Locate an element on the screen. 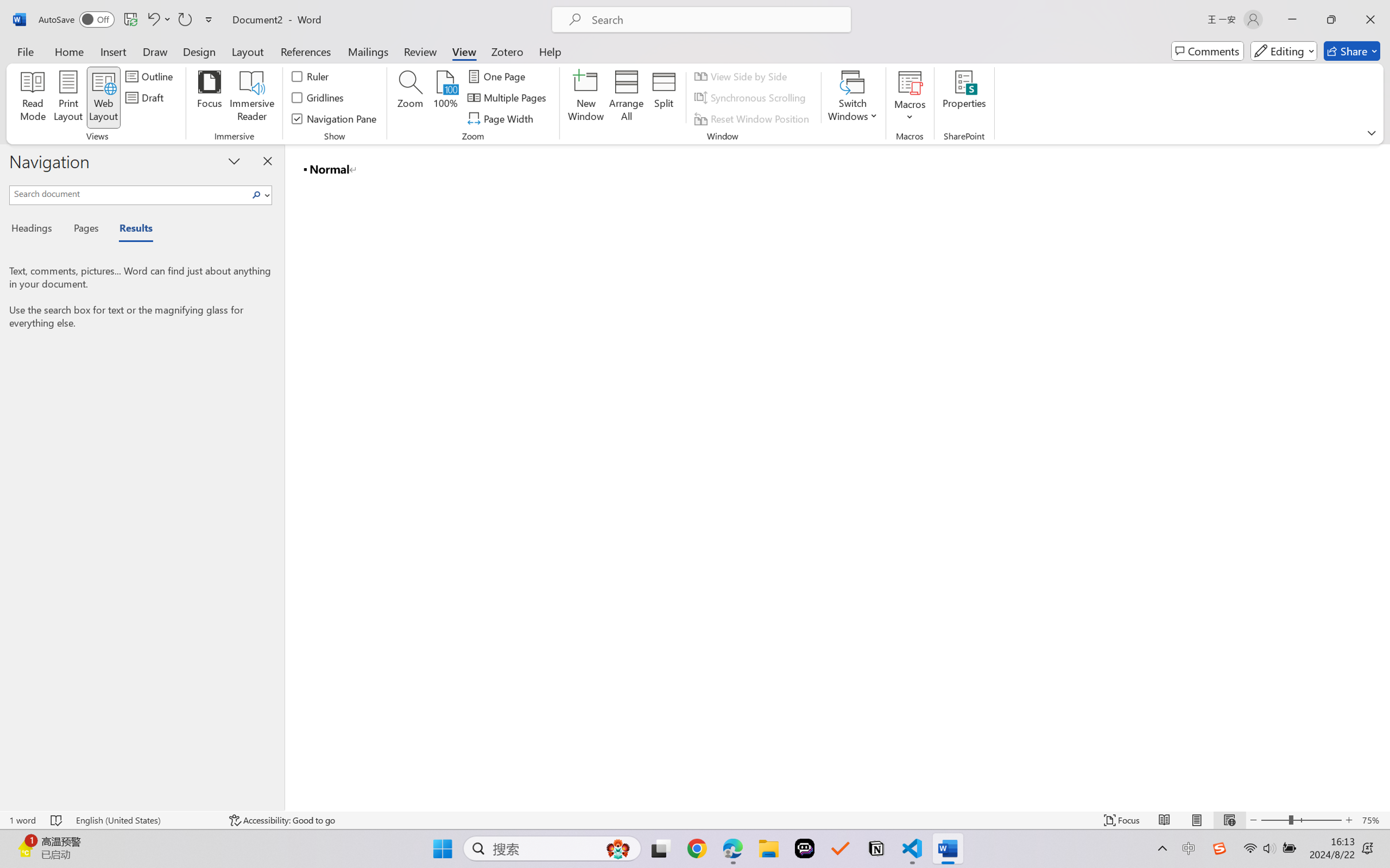 This screenshot has width=1390, height=868. 'Arrange All' is located at coordinates (625, 98).